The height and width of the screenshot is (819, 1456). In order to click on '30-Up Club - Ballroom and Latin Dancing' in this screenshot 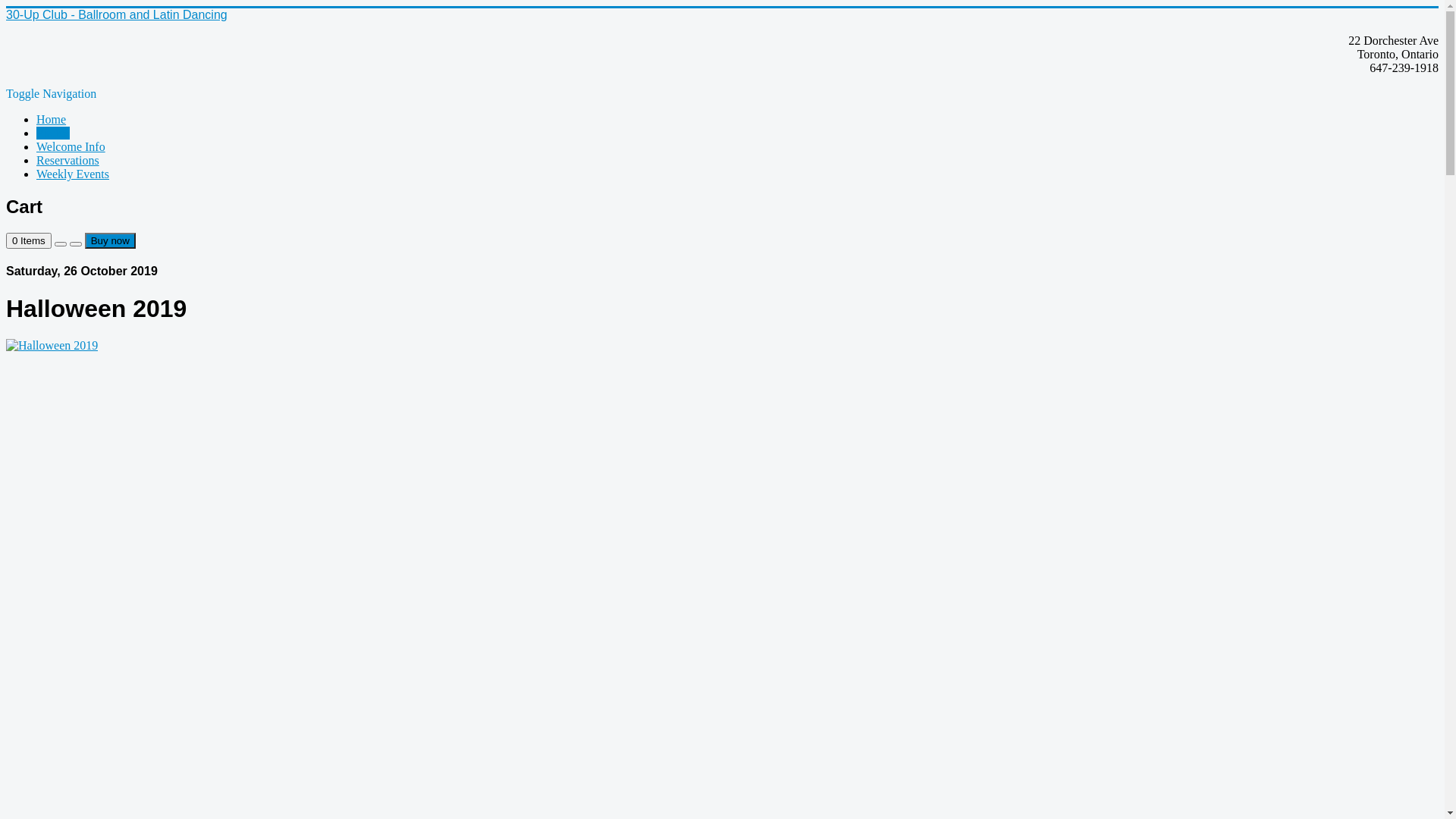, I will do `click(115, 14)`.